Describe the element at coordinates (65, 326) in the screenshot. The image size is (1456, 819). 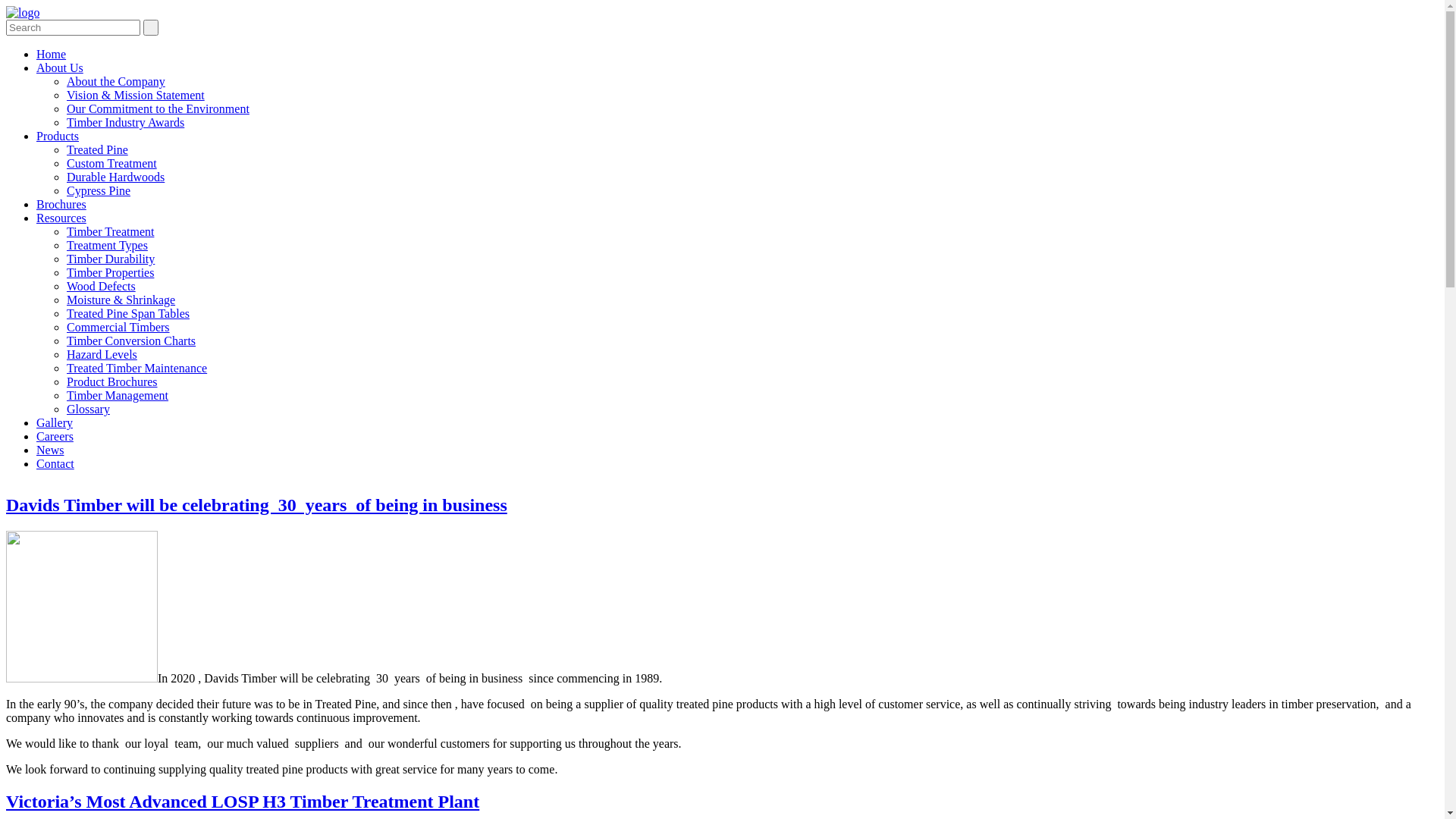
I see `'Commercial Timbers'` at that location.